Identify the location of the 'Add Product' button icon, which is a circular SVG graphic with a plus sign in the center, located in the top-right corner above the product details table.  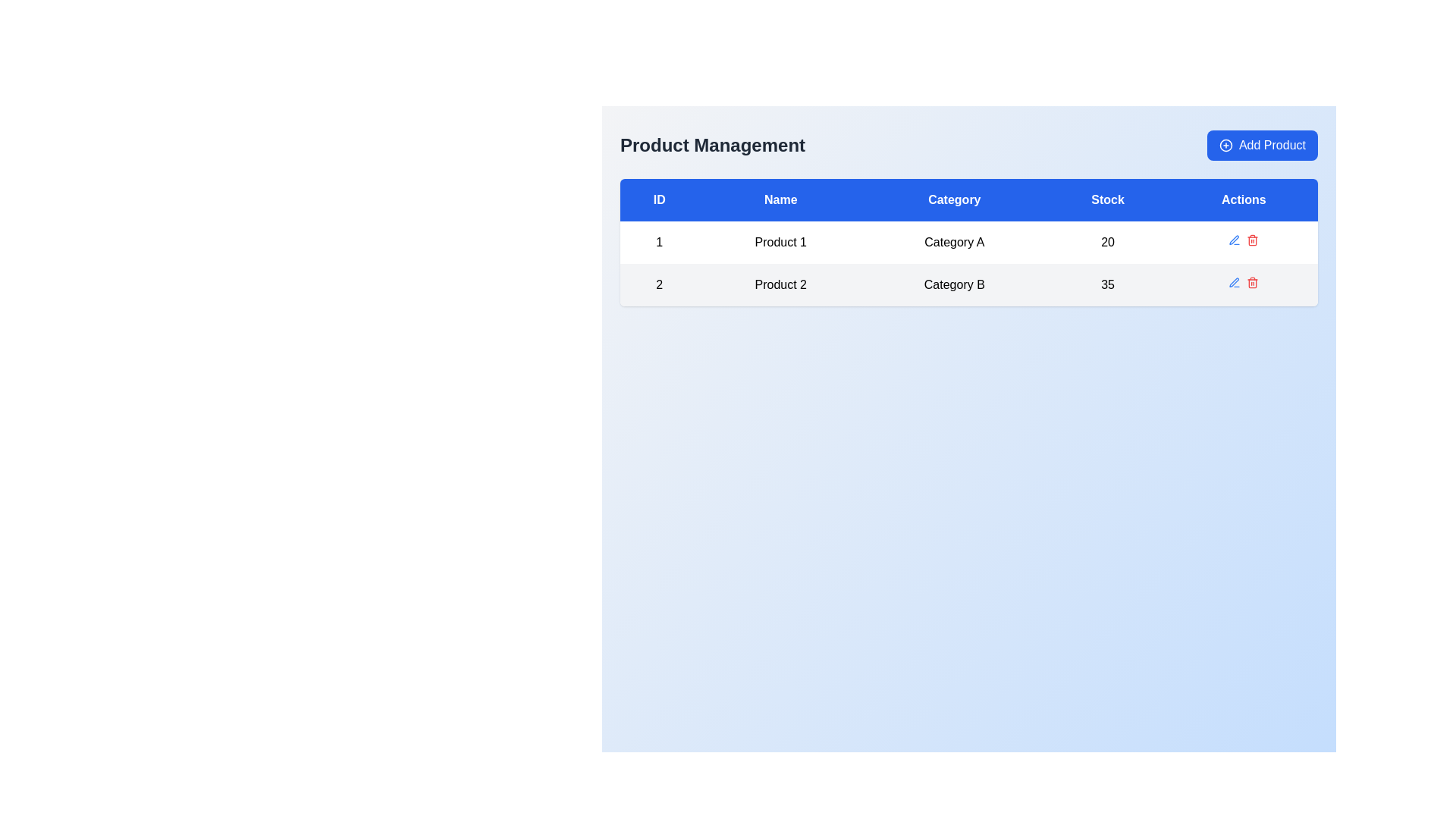
(1226, 146).